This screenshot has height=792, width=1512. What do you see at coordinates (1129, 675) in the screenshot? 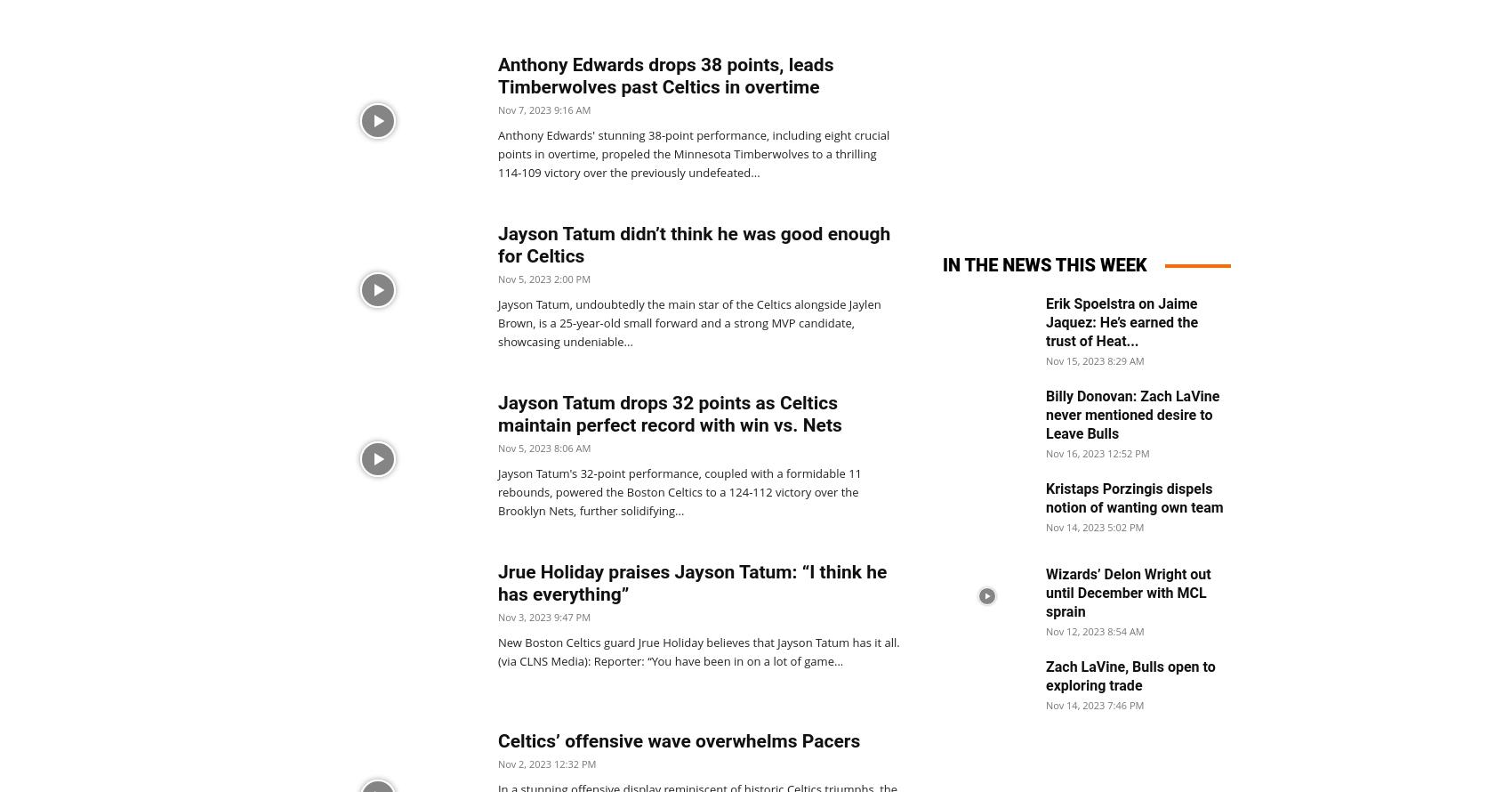
I see `'Zach LaVine, Bulls open to exploring trade'` at bounding box center [1129, 675].